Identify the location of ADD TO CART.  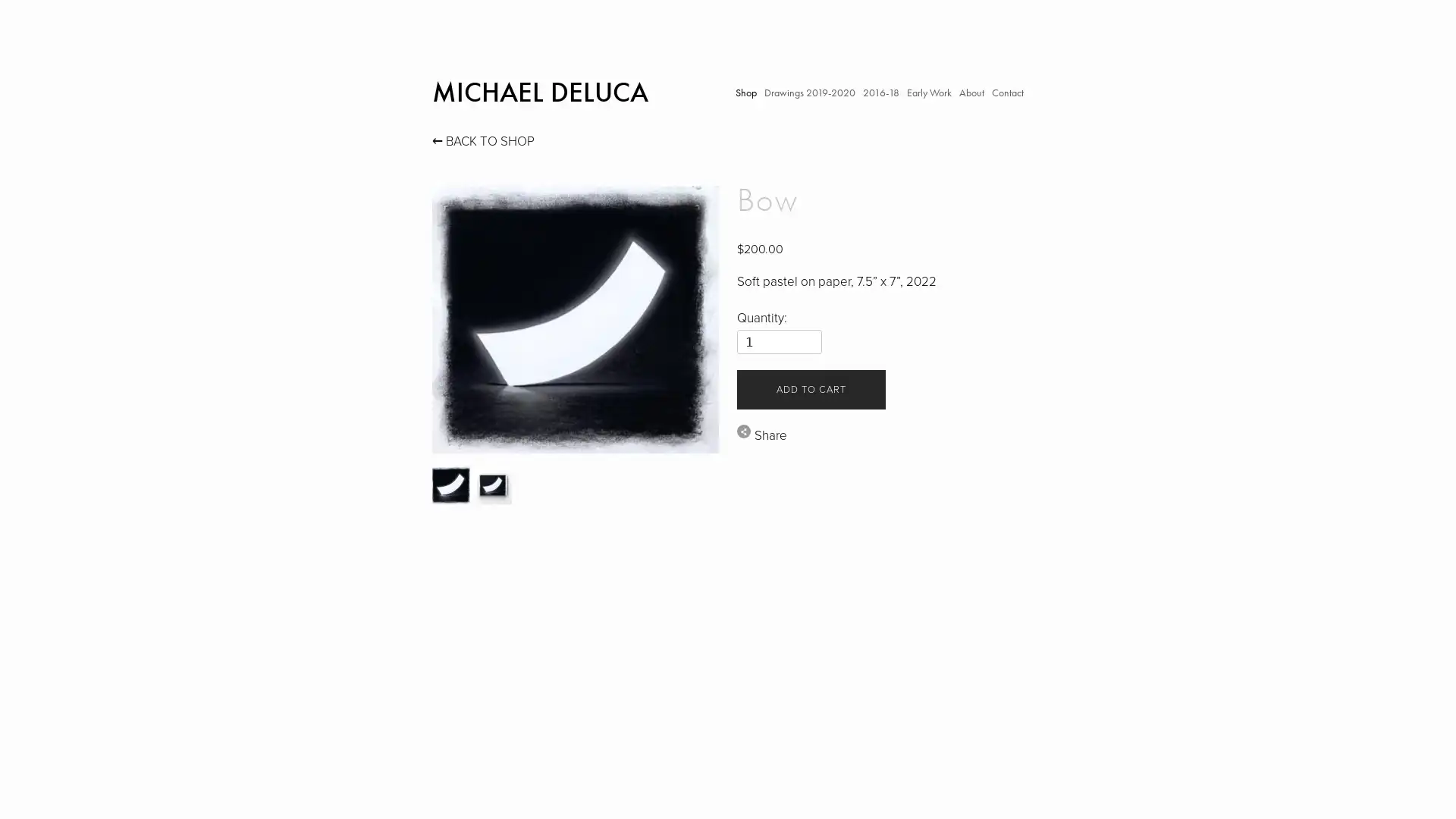
(810, 388).